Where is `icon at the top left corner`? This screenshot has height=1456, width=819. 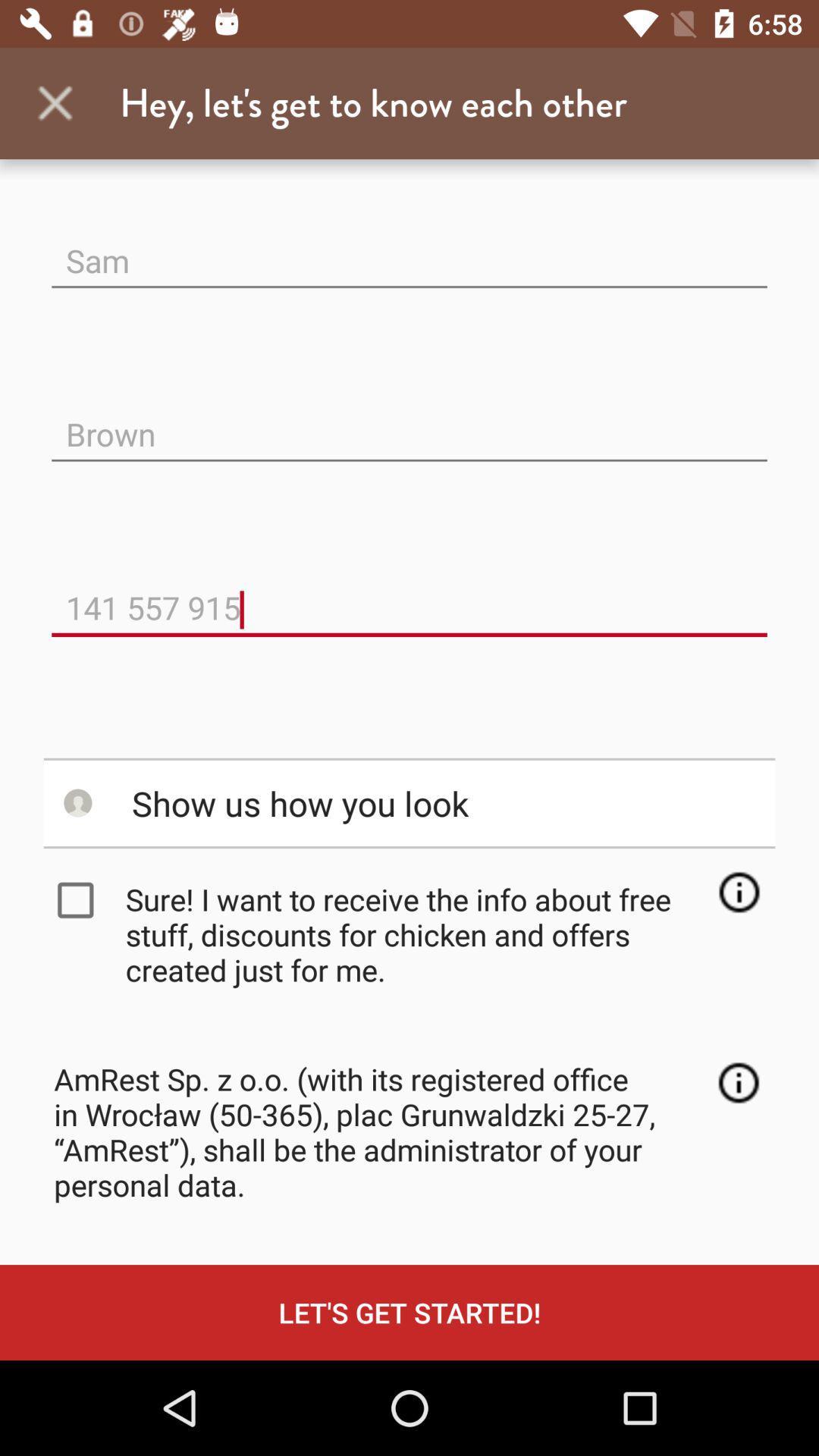 icon at the top left corner is located at coordinates (55, 102).